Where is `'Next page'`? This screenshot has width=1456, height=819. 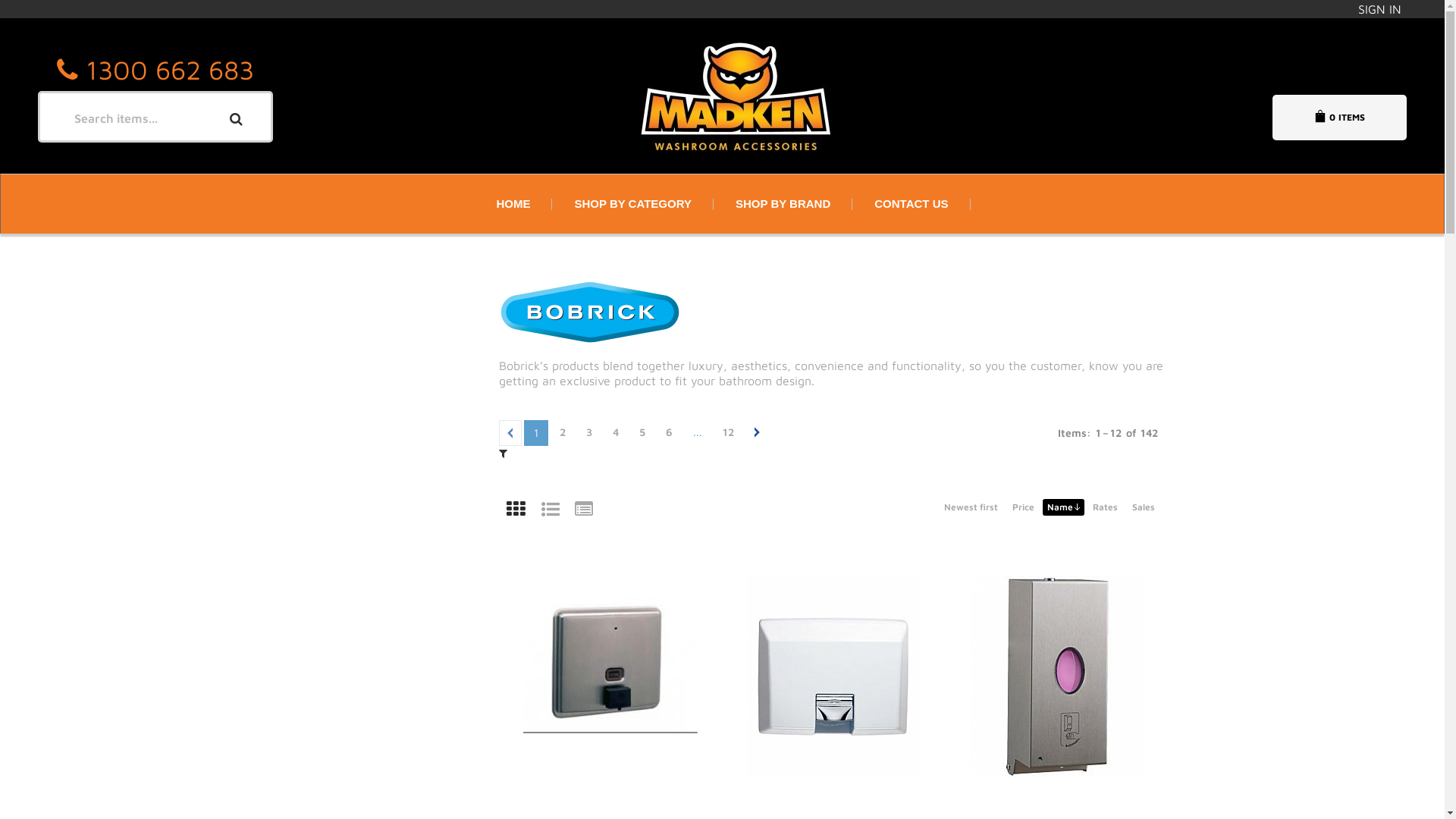
'Next page' is located at coordinates (755, 432).